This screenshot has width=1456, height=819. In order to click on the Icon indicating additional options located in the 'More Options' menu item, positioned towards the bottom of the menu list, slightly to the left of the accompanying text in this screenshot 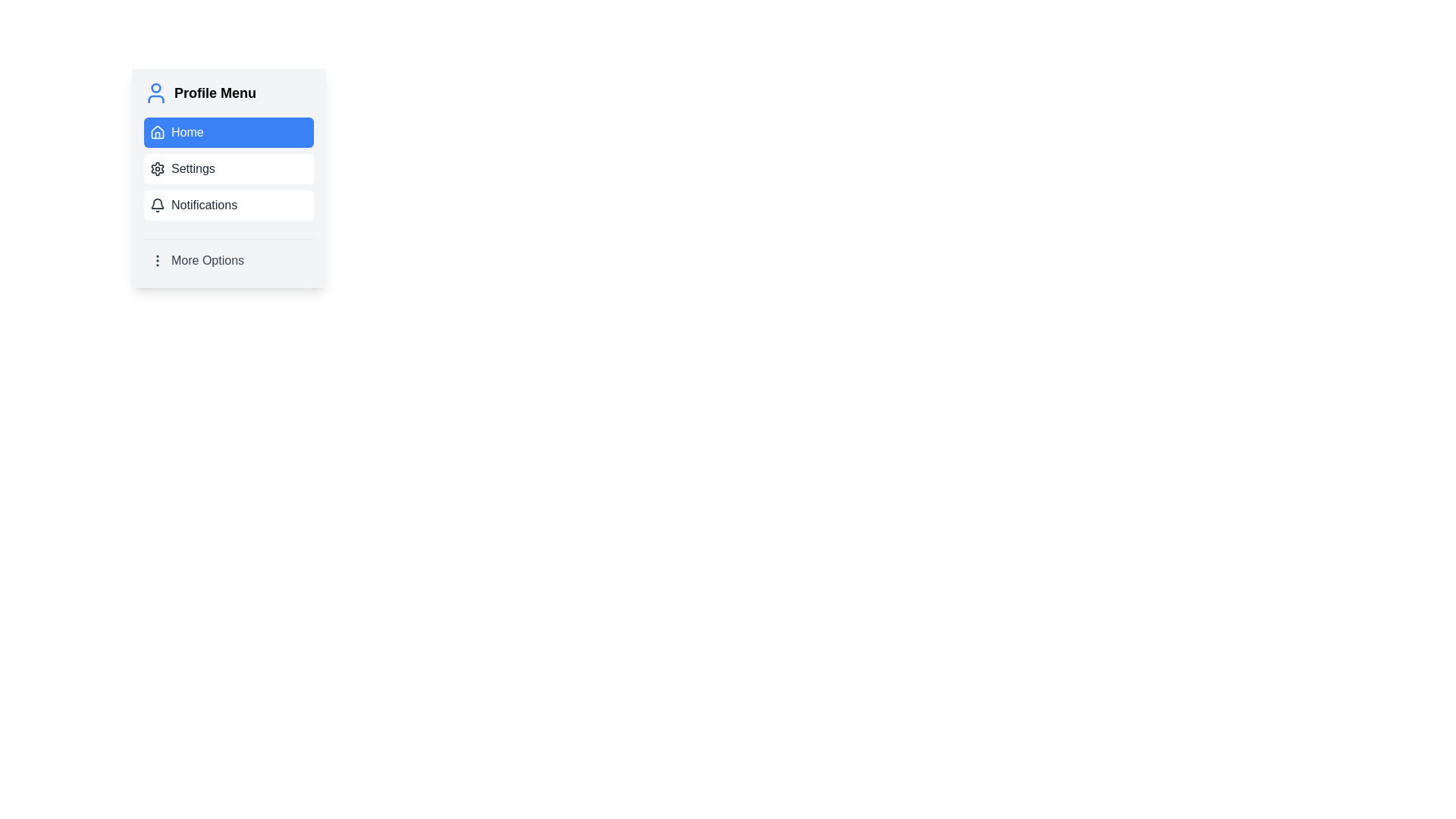, I will do `click(157, 259)`.